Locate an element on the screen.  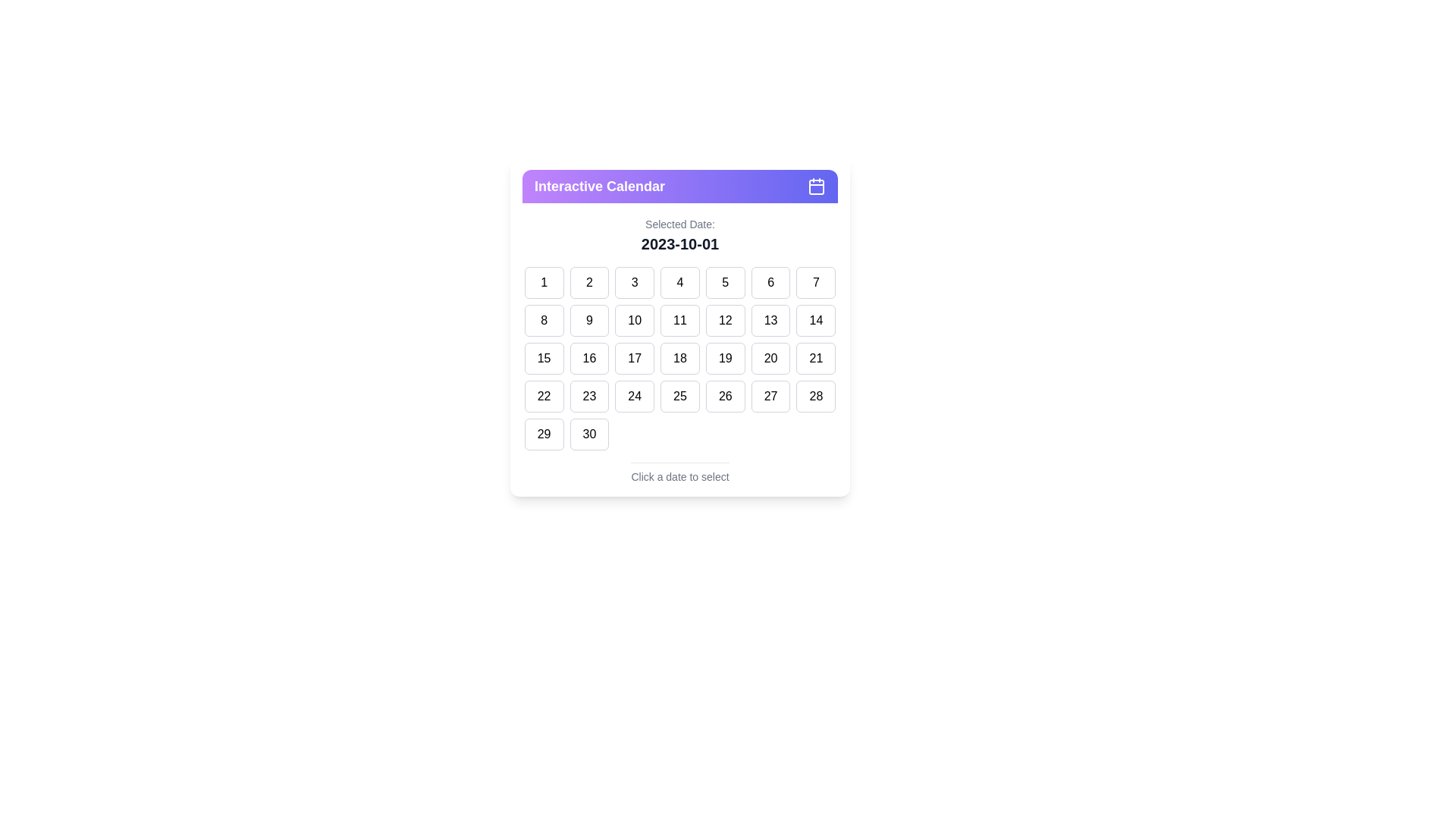
the rounded rectangular button displaying the number '6' in the first row and sixth column of the grid in the 'Interactive Calendar' panel to trigger the hover effect is located at coordinates (770, 283).